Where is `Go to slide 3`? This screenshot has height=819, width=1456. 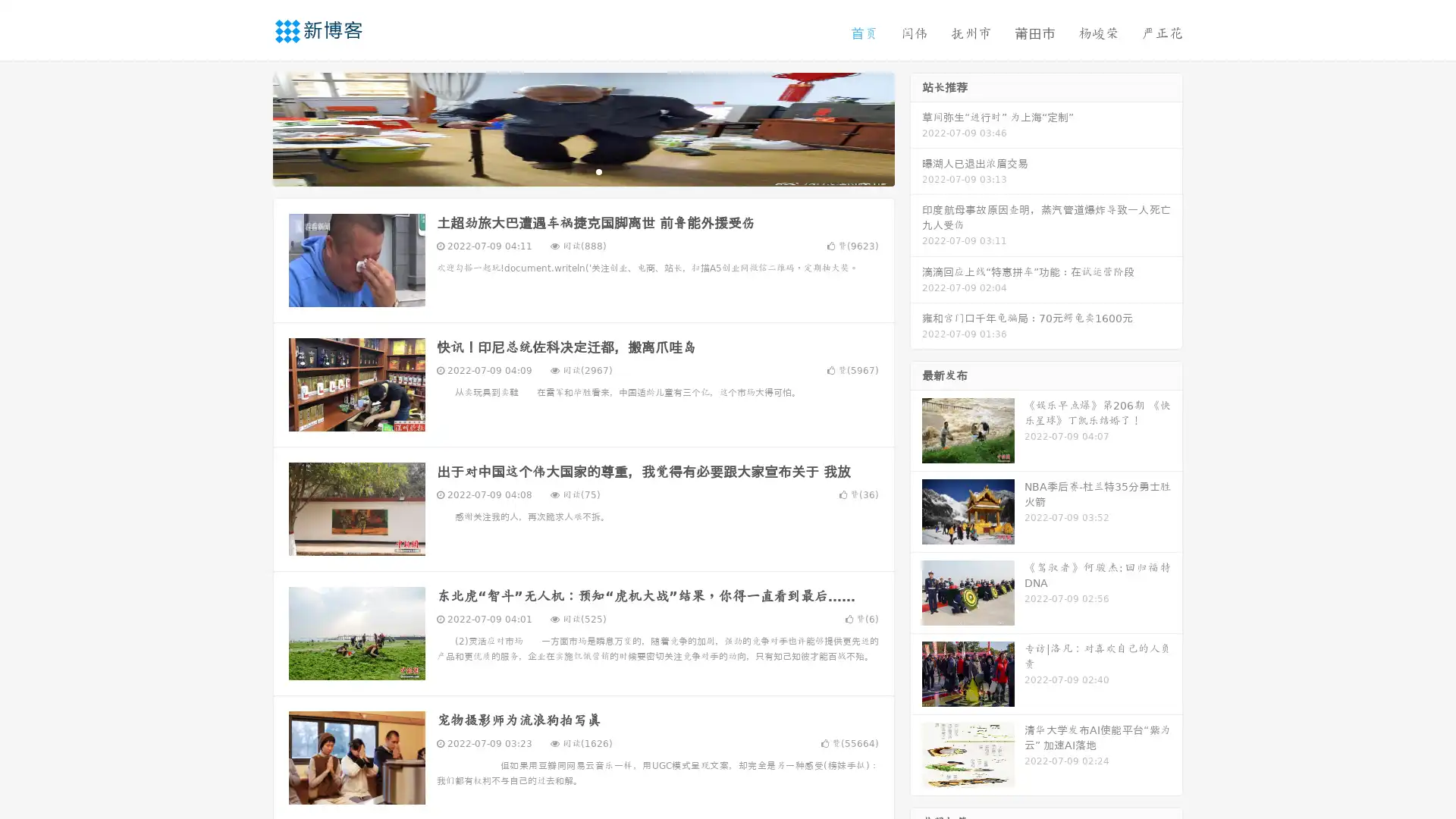 Go to slide 3 is located at coordinates (598, 171).